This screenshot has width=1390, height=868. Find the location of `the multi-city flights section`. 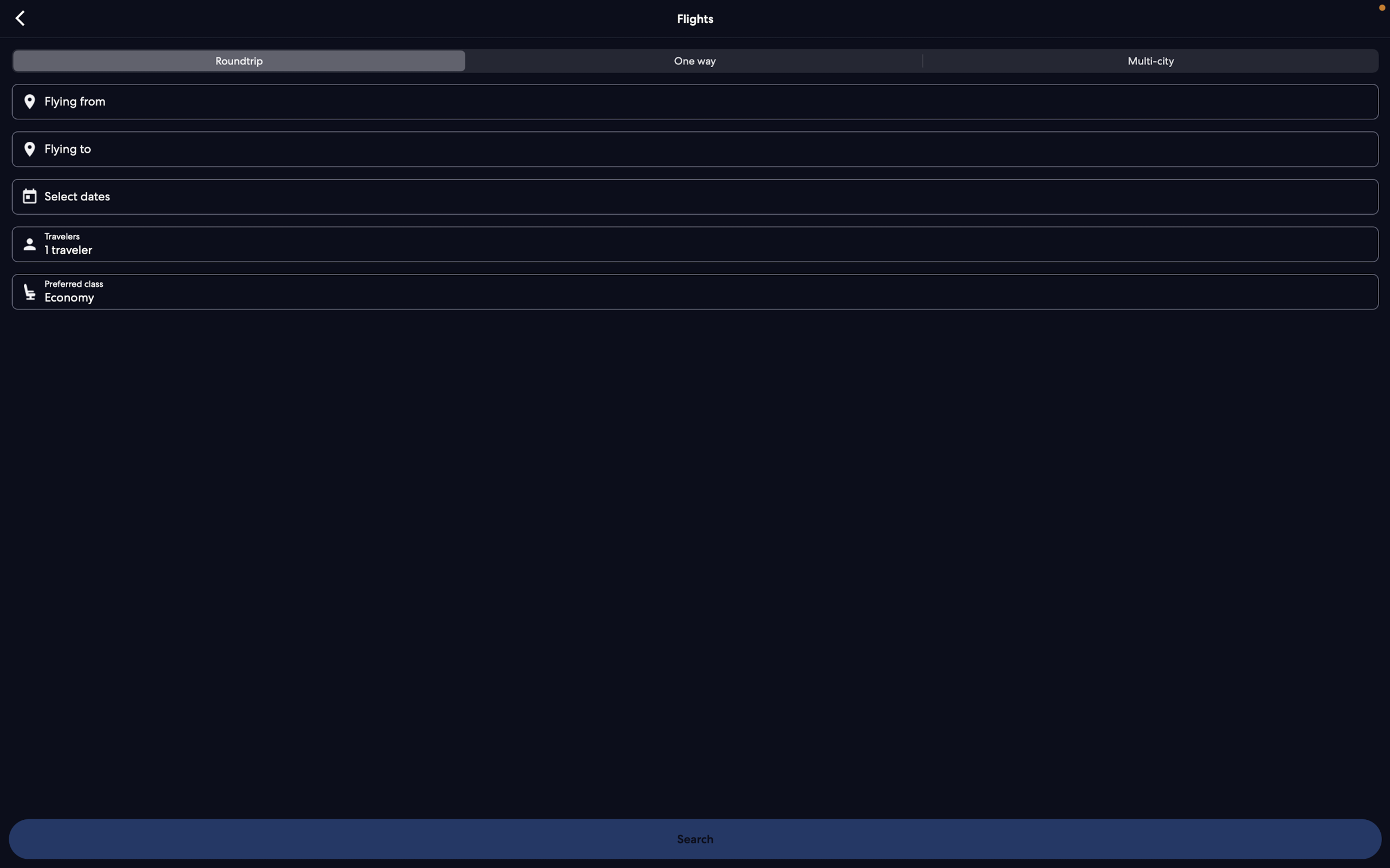

the multi-city flights section is located at coordinates (1147, 63).